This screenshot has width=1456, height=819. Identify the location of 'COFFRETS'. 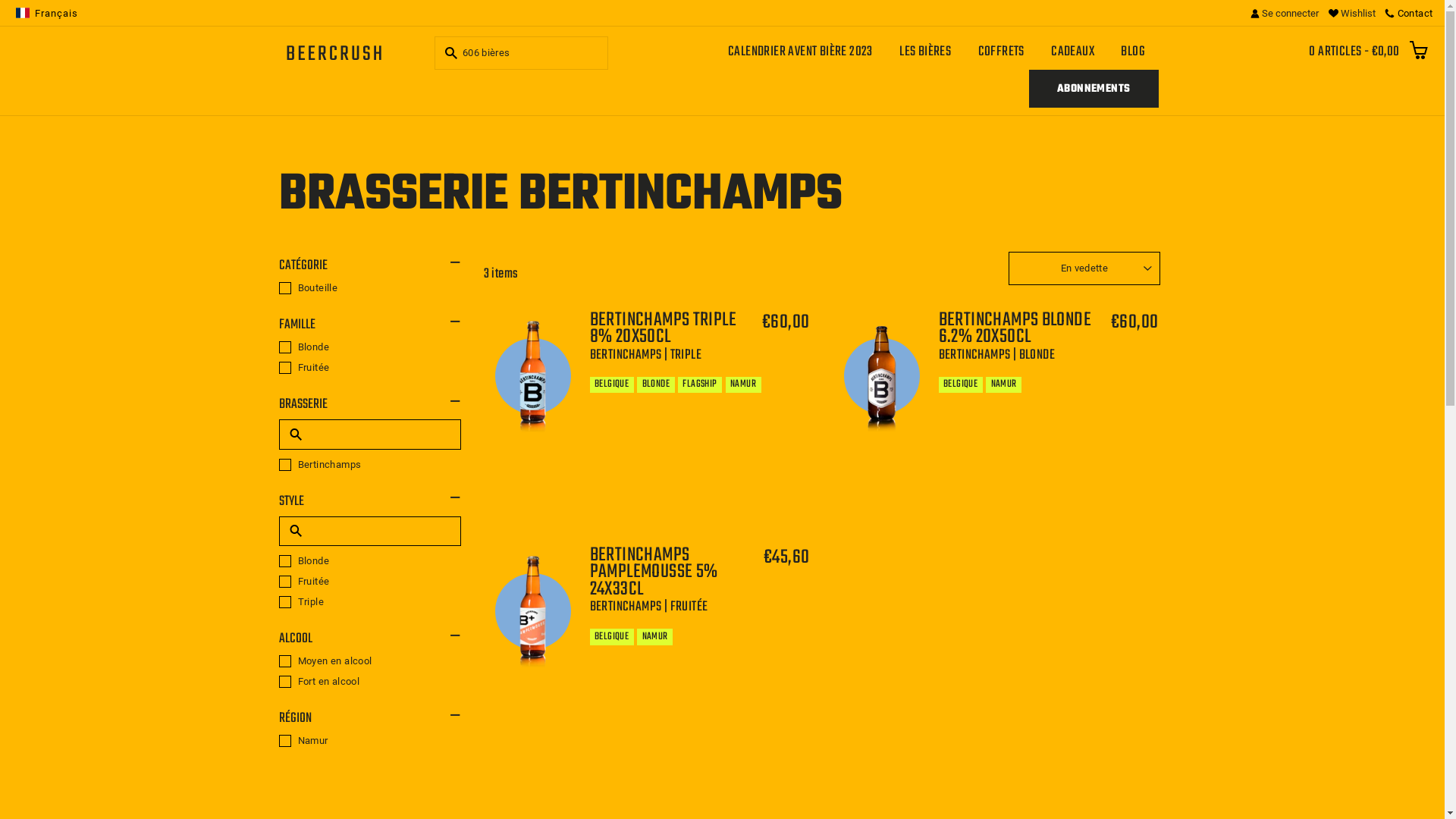
(1001, 51).